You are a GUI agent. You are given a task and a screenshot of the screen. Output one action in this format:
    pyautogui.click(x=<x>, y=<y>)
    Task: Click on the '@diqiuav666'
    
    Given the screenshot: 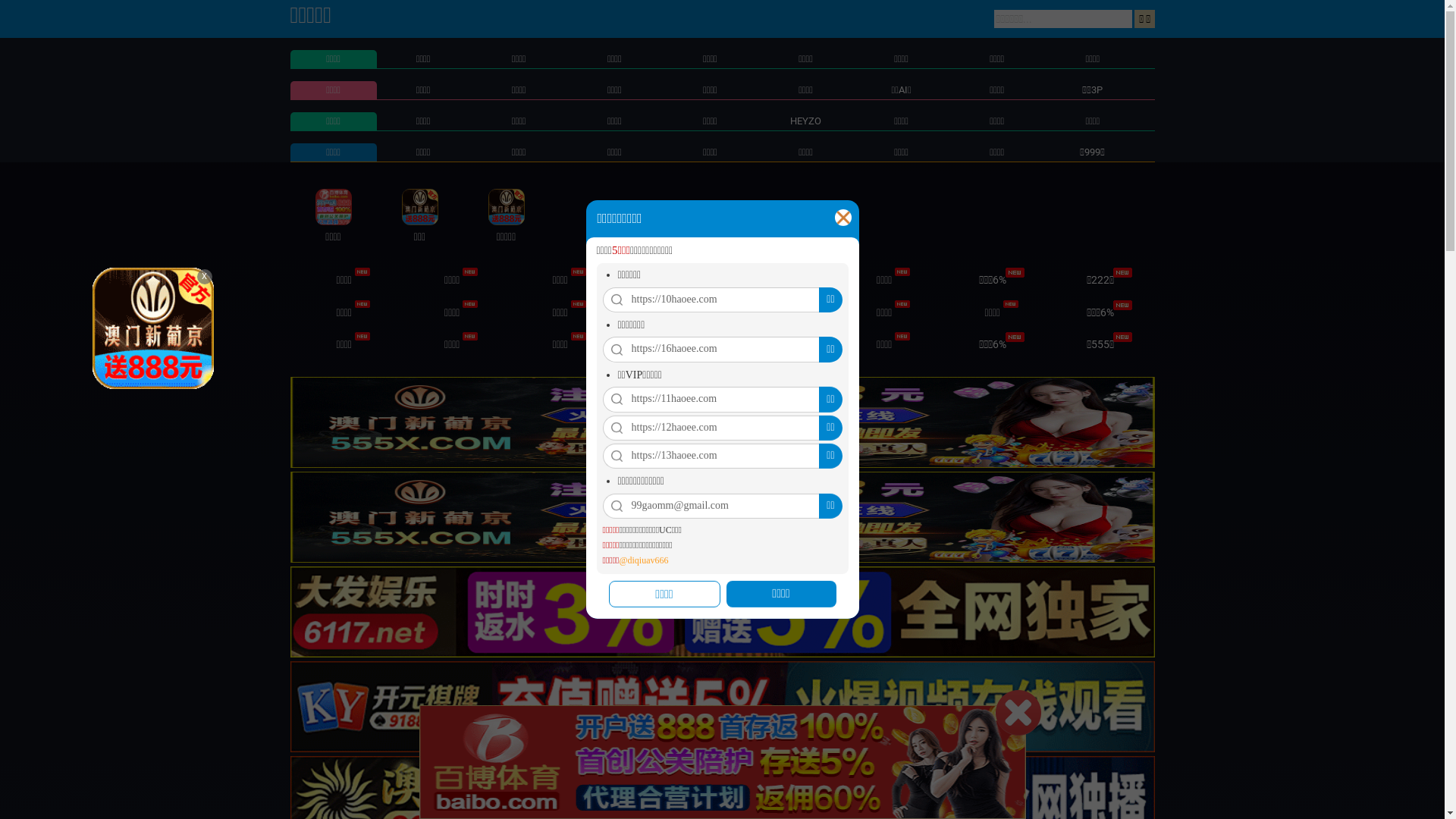 What is the action you would take?
    pyautogui.click(x=643, y=560)
    